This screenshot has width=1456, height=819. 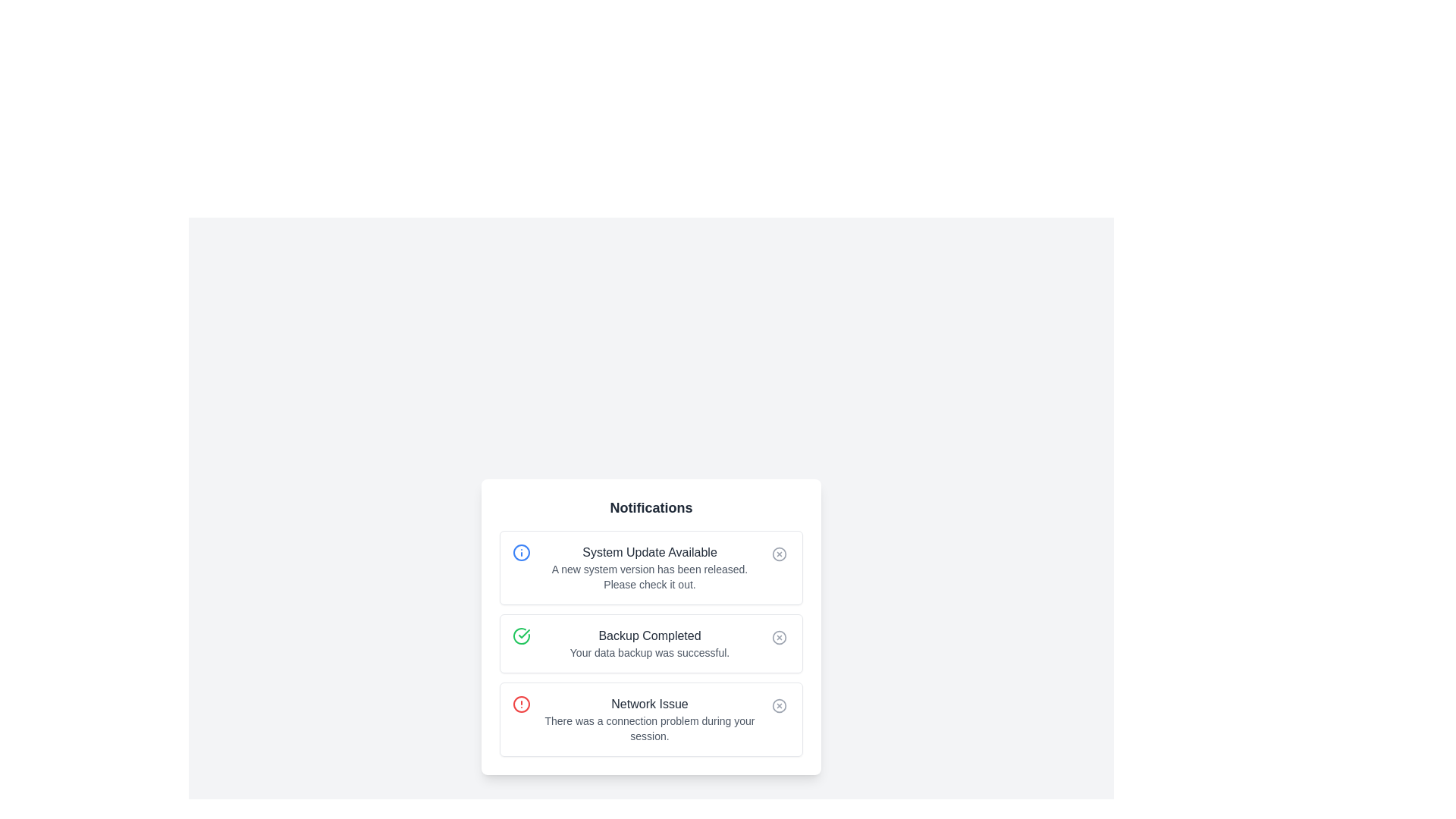 What do you see at coordinates (650, 718) in the screenshot?
I see `the Informational text block displaying 'Network Issue'` at bounding box center [650, 718].